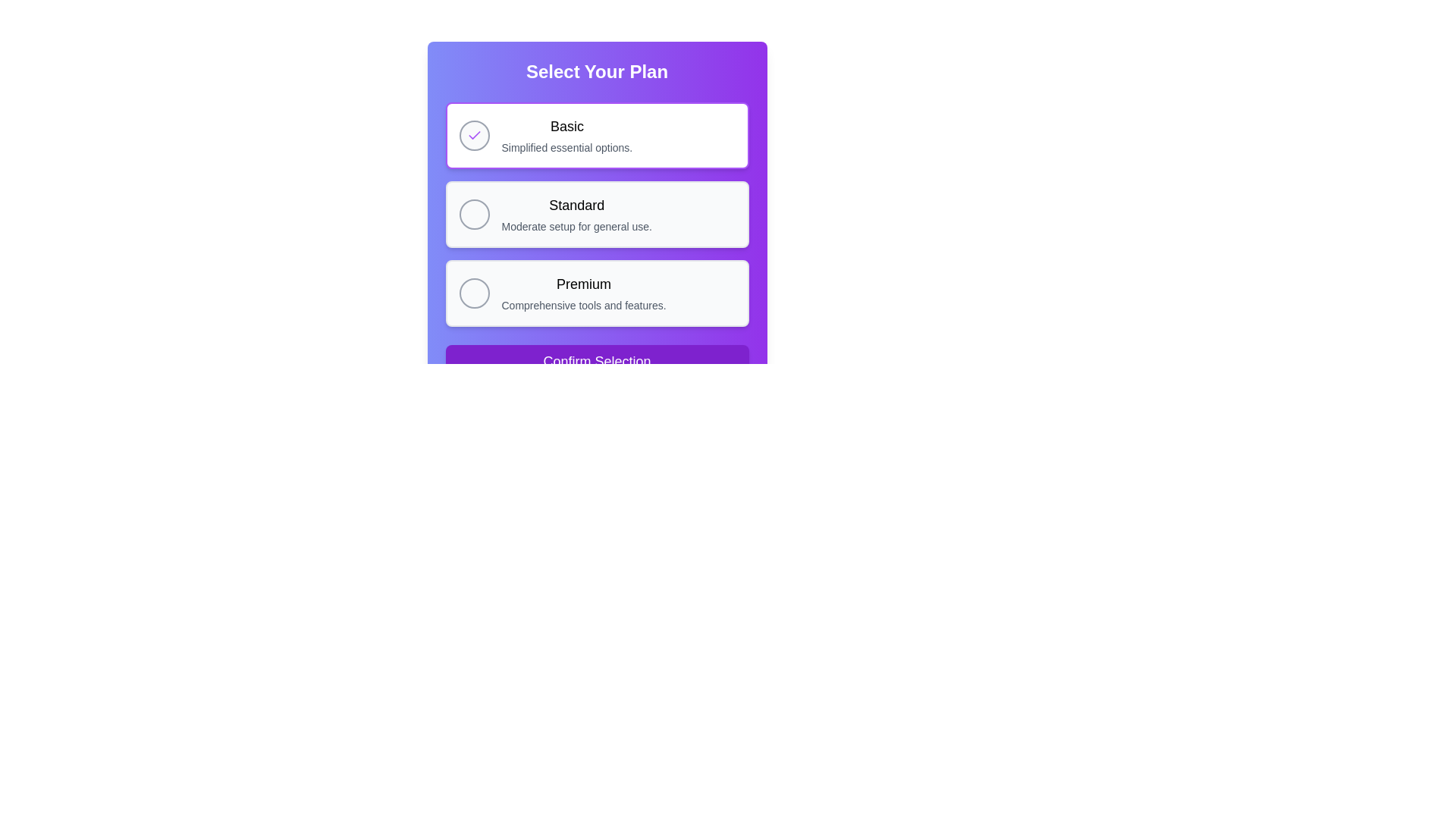 This screenshot has height=819, width=1456. What do you see at coordinates (566, 125) in the screenshot?
I see `the 'Basic' text label, which is styled in a medium font and is the first option in a vertically stacked list of three options labeled 'Basic,' 'Standard,' and 'Premium.' It is located slightly to the right of the circle indicator for the first option` at bounding box center [566, 125].